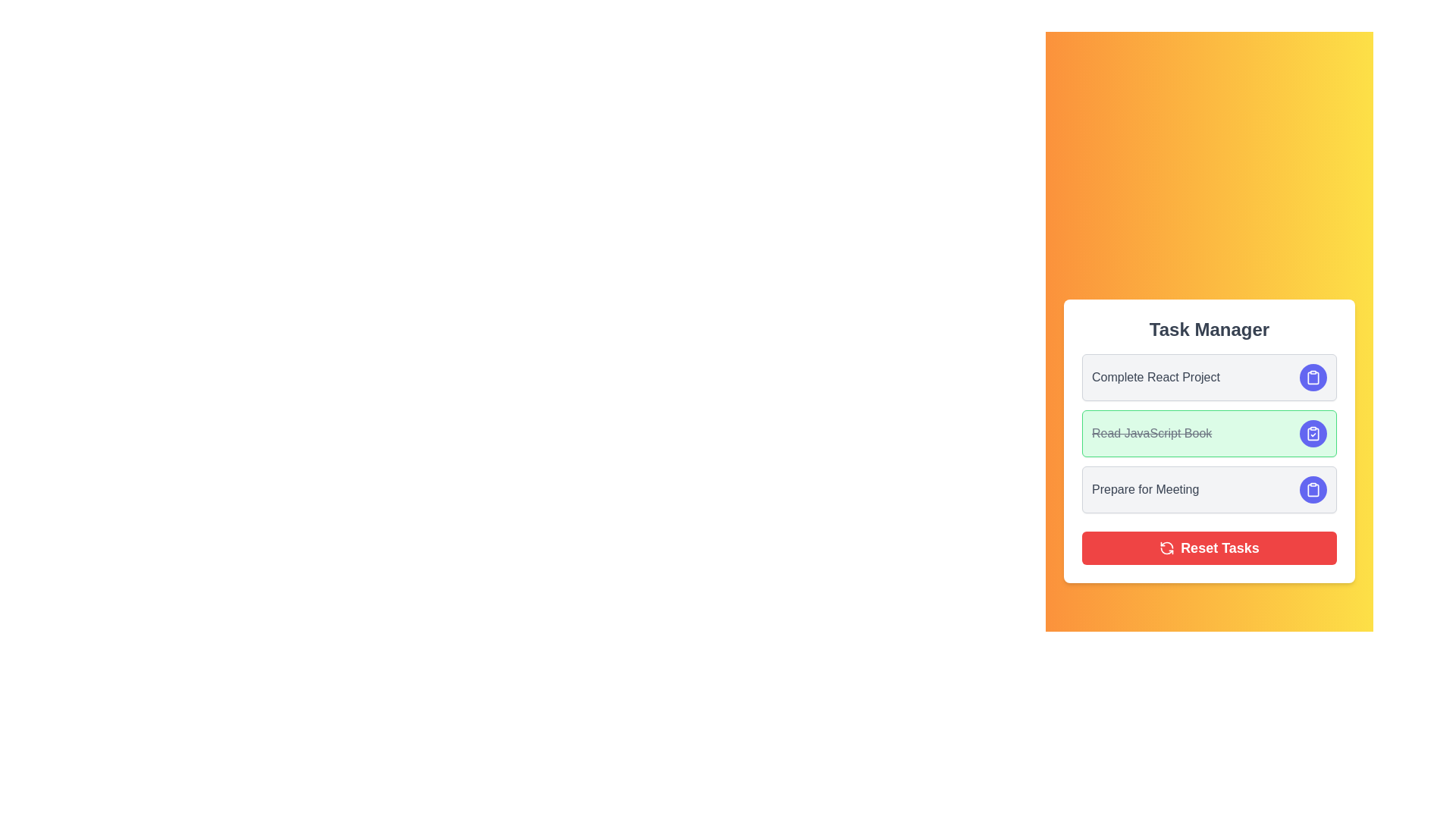  What do you see at coordinates (1313, 376) in the screenshot?
I see `the clipboard icon located at the top-right of the first task item in the list, which is part of a circular purple button` at bounding box center [1313, 376].